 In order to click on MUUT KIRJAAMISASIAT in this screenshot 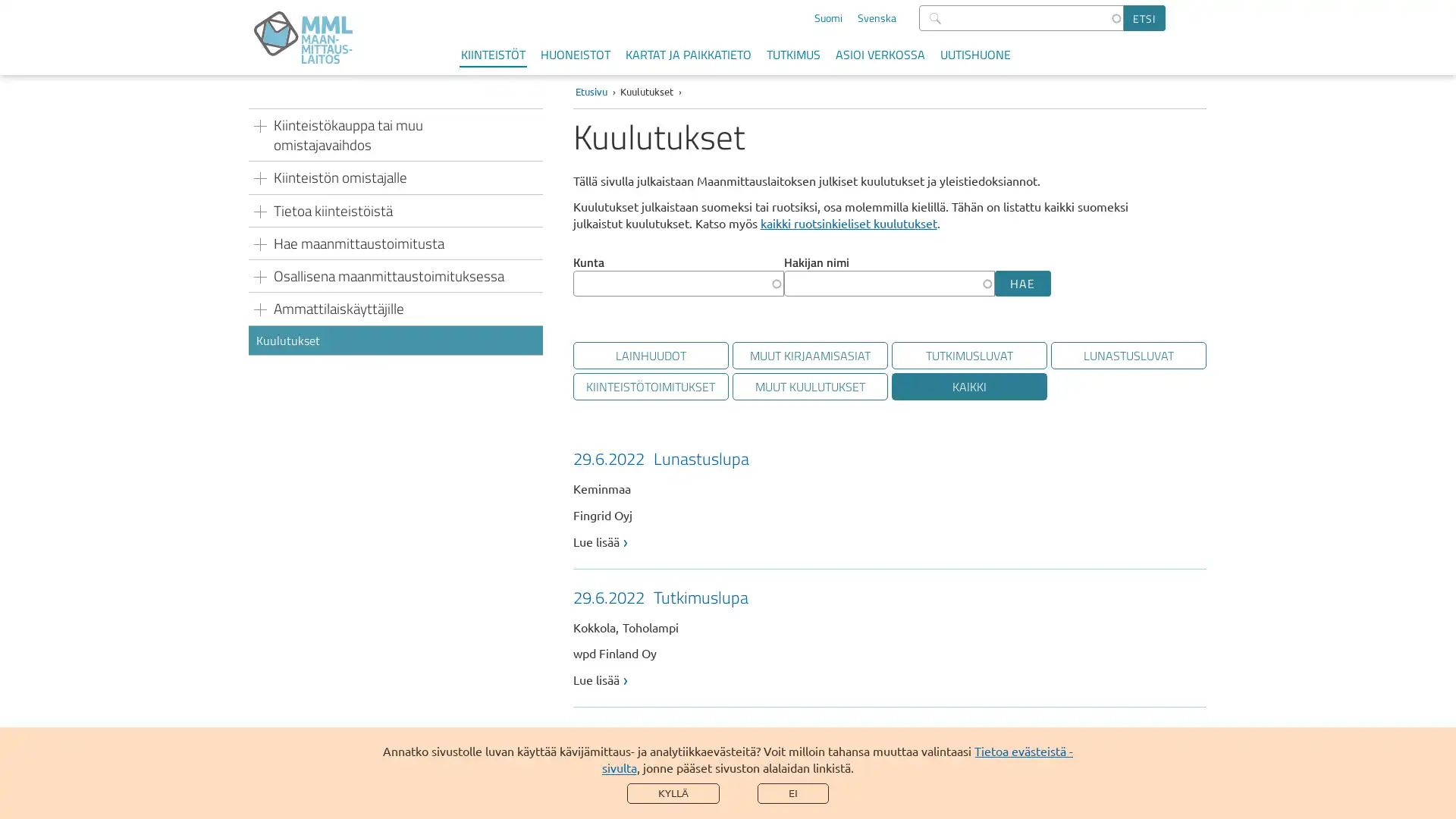, I will do `click(808, 356)`.